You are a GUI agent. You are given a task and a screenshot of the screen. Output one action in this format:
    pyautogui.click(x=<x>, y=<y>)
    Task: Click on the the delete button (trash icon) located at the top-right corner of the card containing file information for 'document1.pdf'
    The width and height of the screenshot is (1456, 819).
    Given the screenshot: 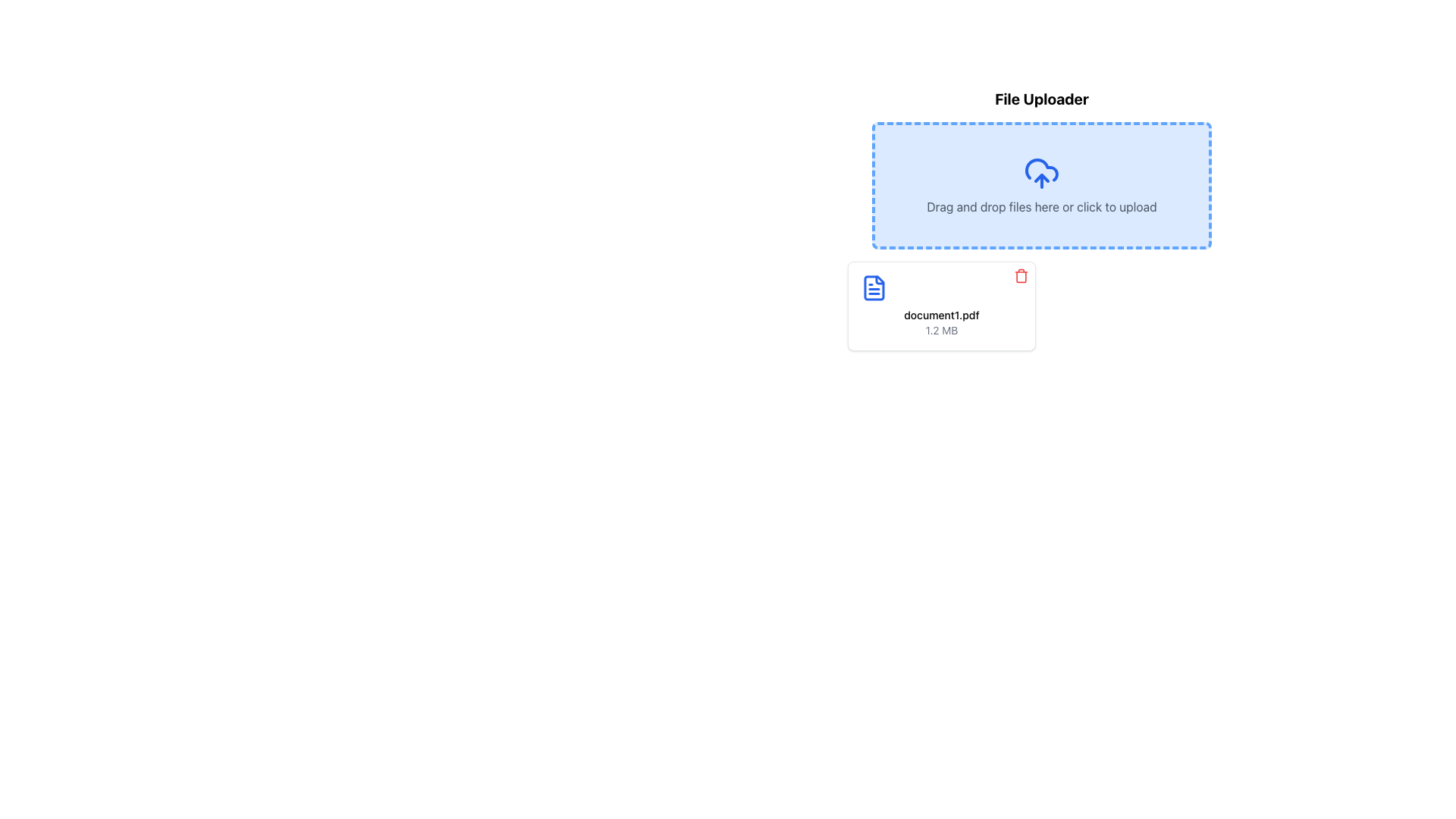 What is the action you would take?
    pyautogui.click(x=1021, y=275)
    